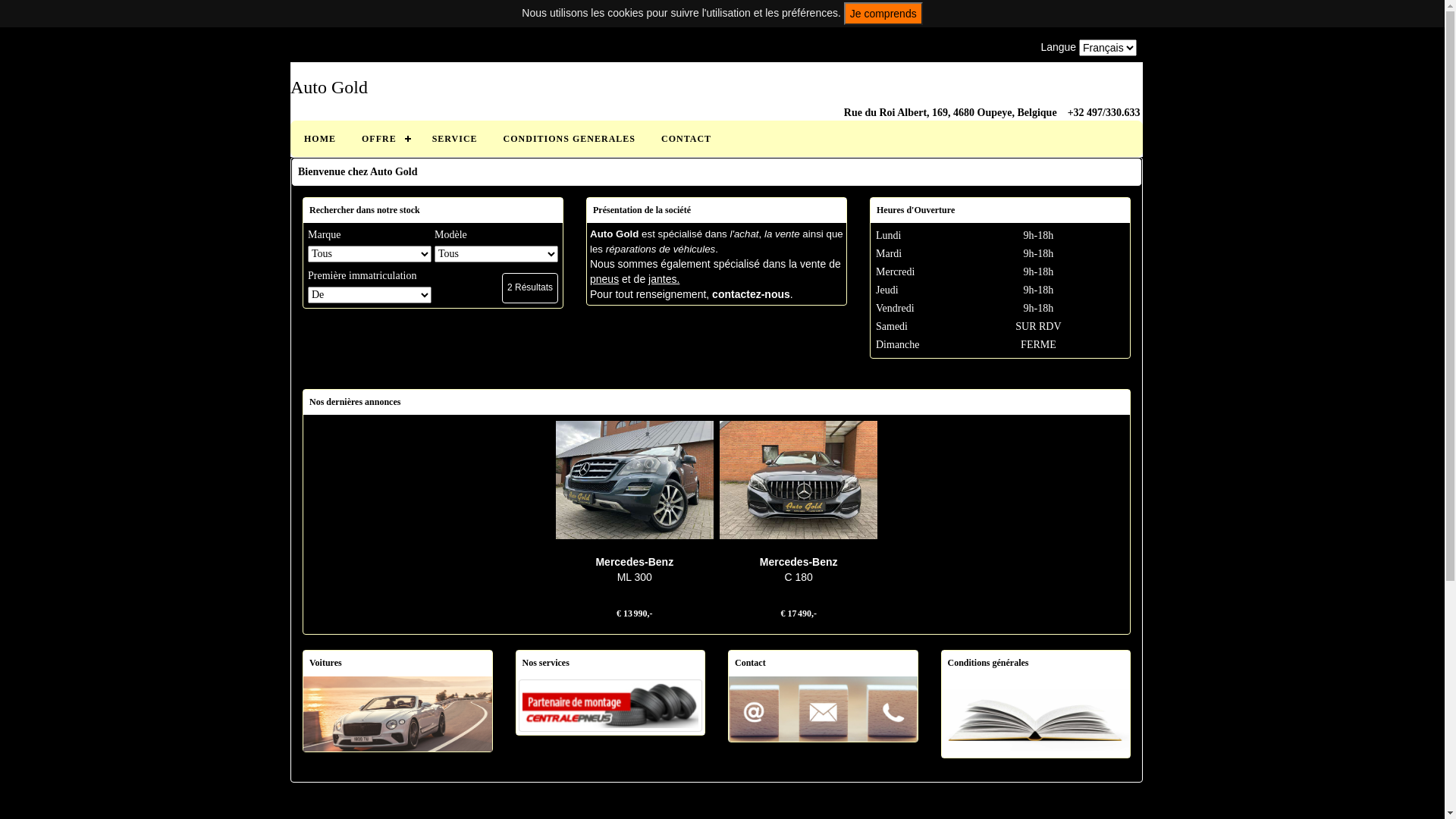 The image size is (1456, 819). Describe the element at coordinates (419, 138) in the screenshot. I see `'SERVICE'` at that location.